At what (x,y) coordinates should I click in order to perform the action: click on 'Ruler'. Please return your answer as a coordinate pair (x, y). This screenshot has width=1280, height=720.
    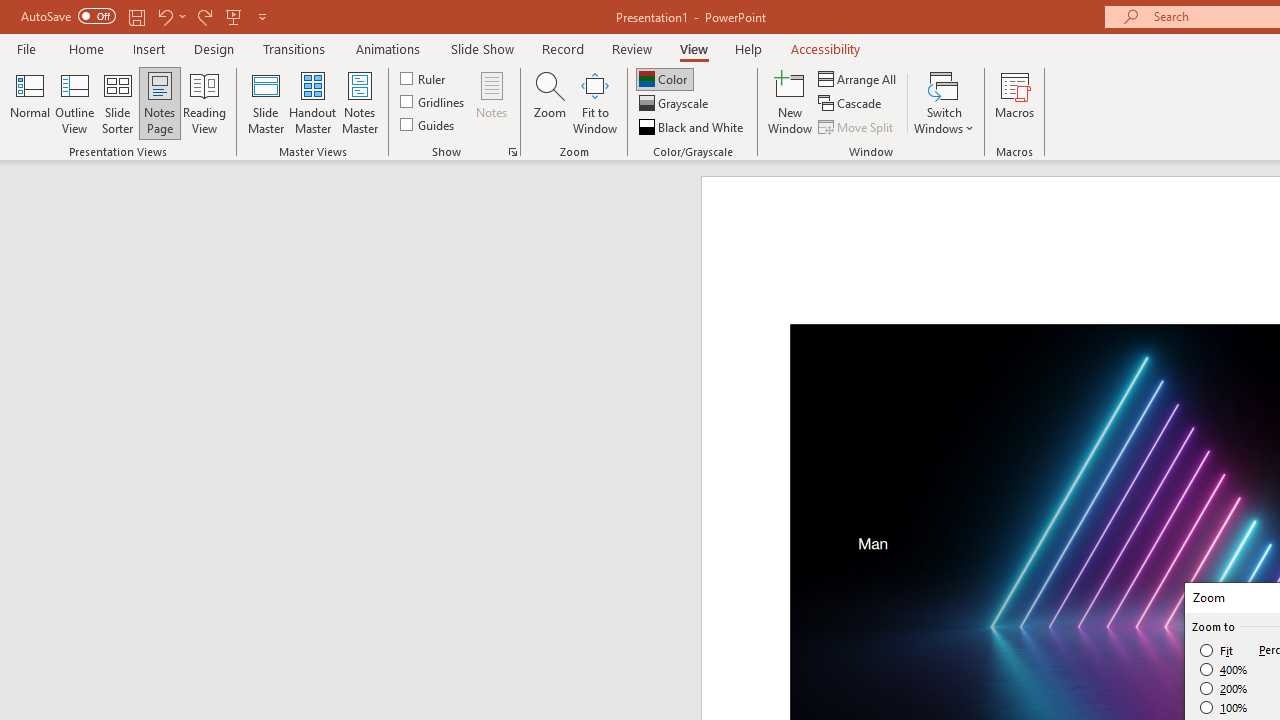
    Looking at the image, I should click on (423, 77).